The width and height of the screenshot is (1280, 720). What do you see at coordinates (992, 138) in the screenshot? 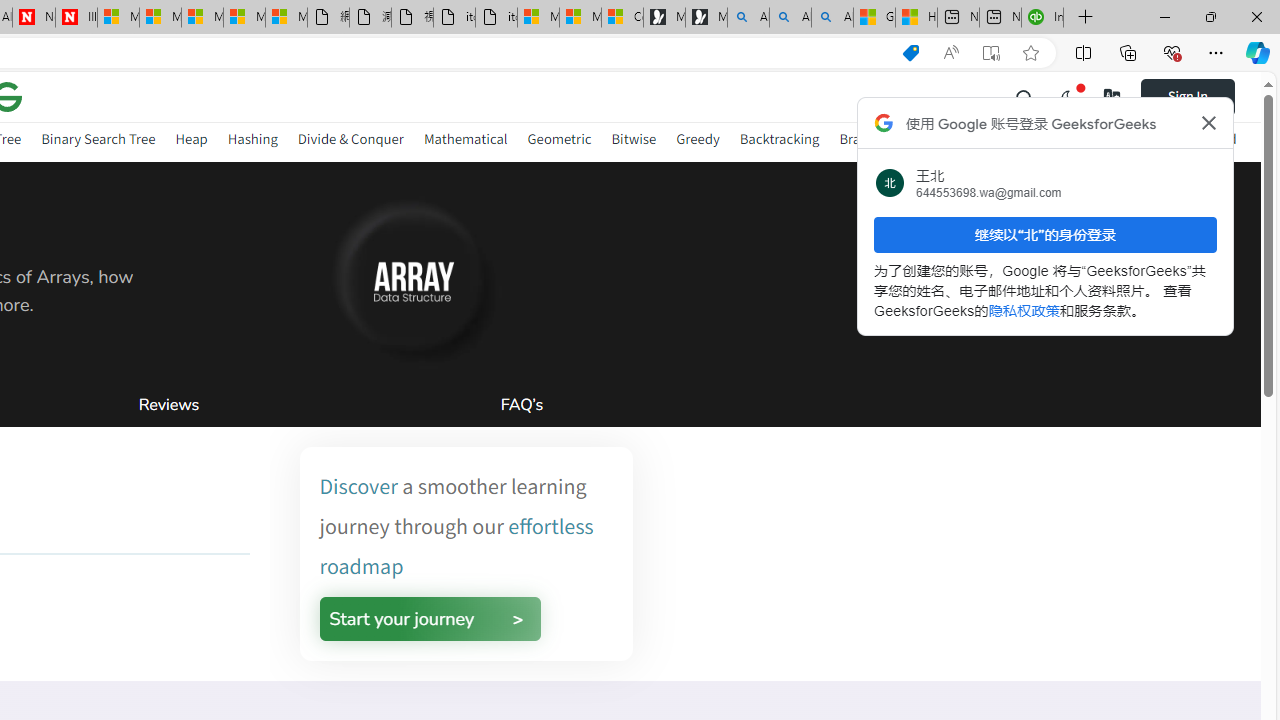
I see `'Matrix'` at bounding box center [992, 138].